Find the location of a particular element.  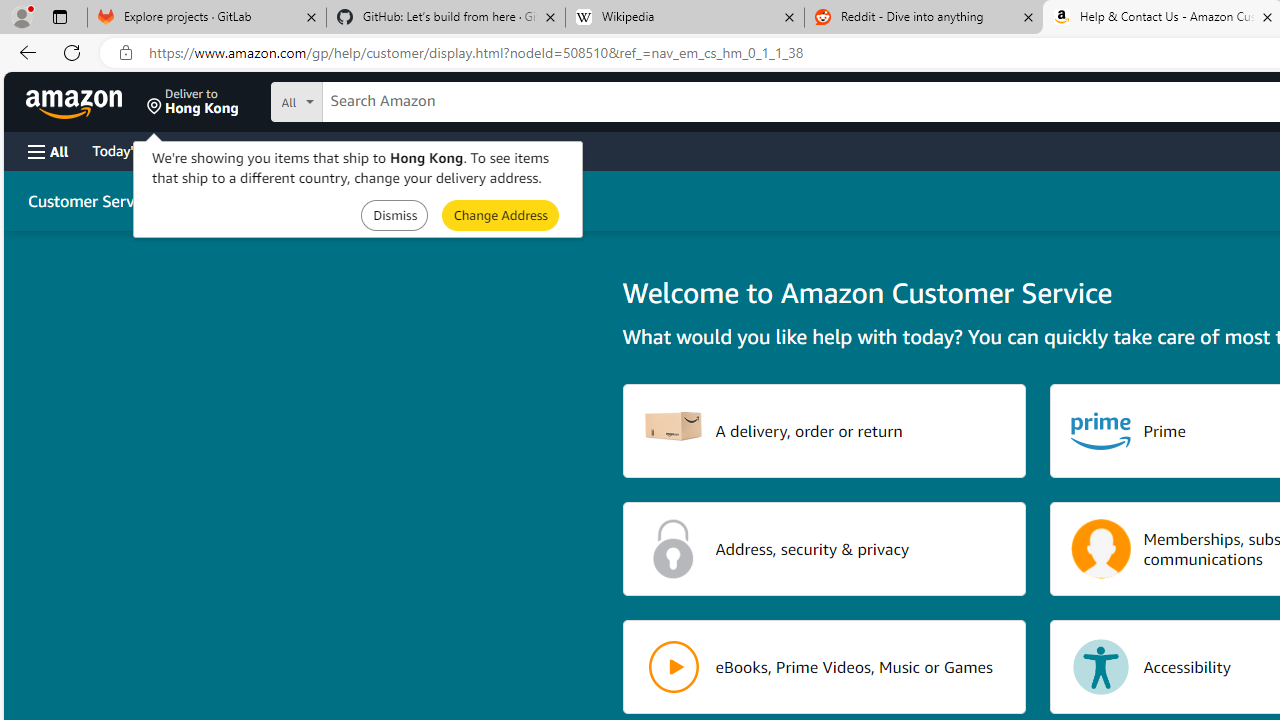

'eBooks, Prime Videos, Music or Games' is located at coordinates (824, 667).